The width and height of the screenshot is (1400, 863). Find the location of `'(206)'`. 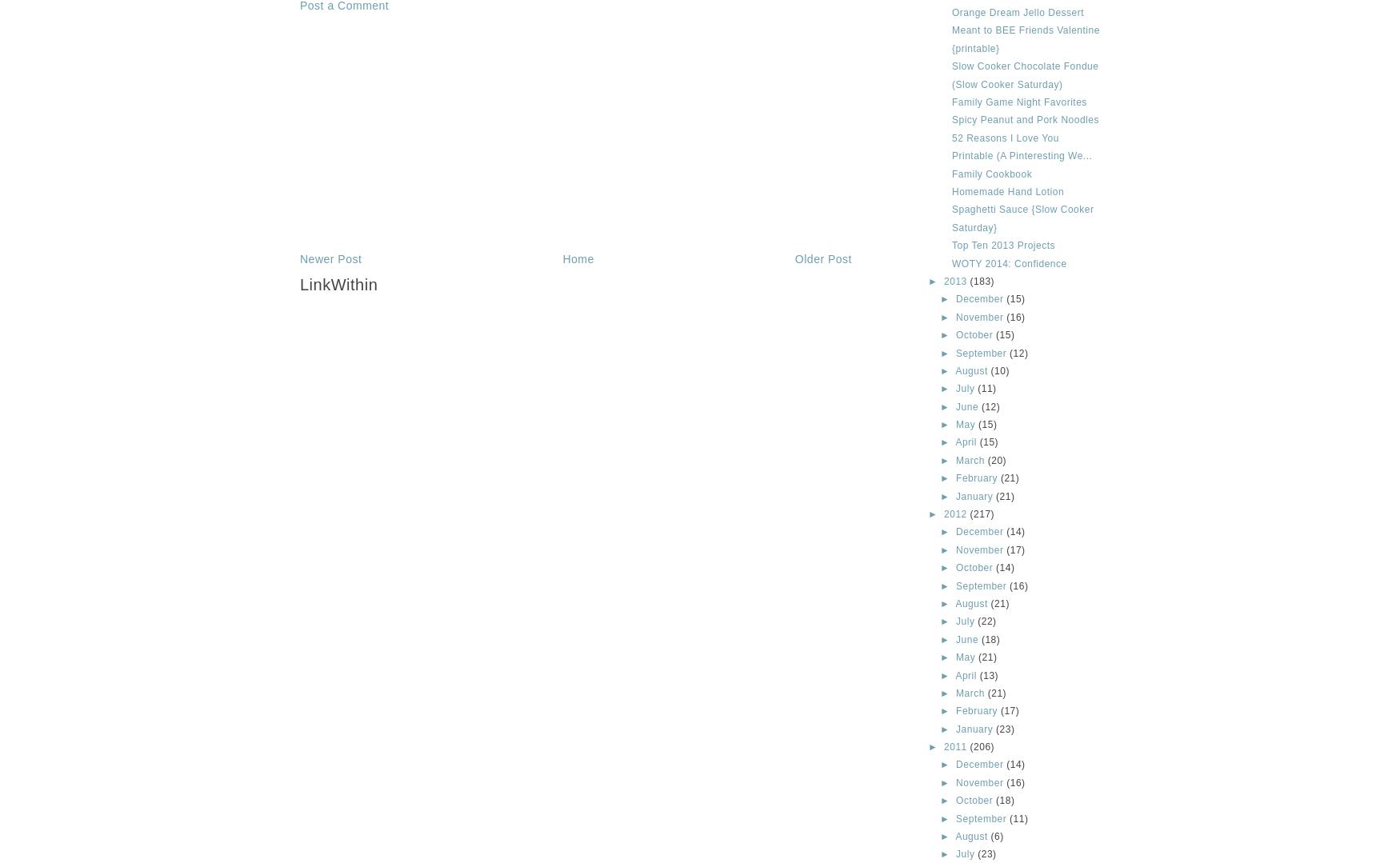

'(206)' is located at coordinates (982, 746).